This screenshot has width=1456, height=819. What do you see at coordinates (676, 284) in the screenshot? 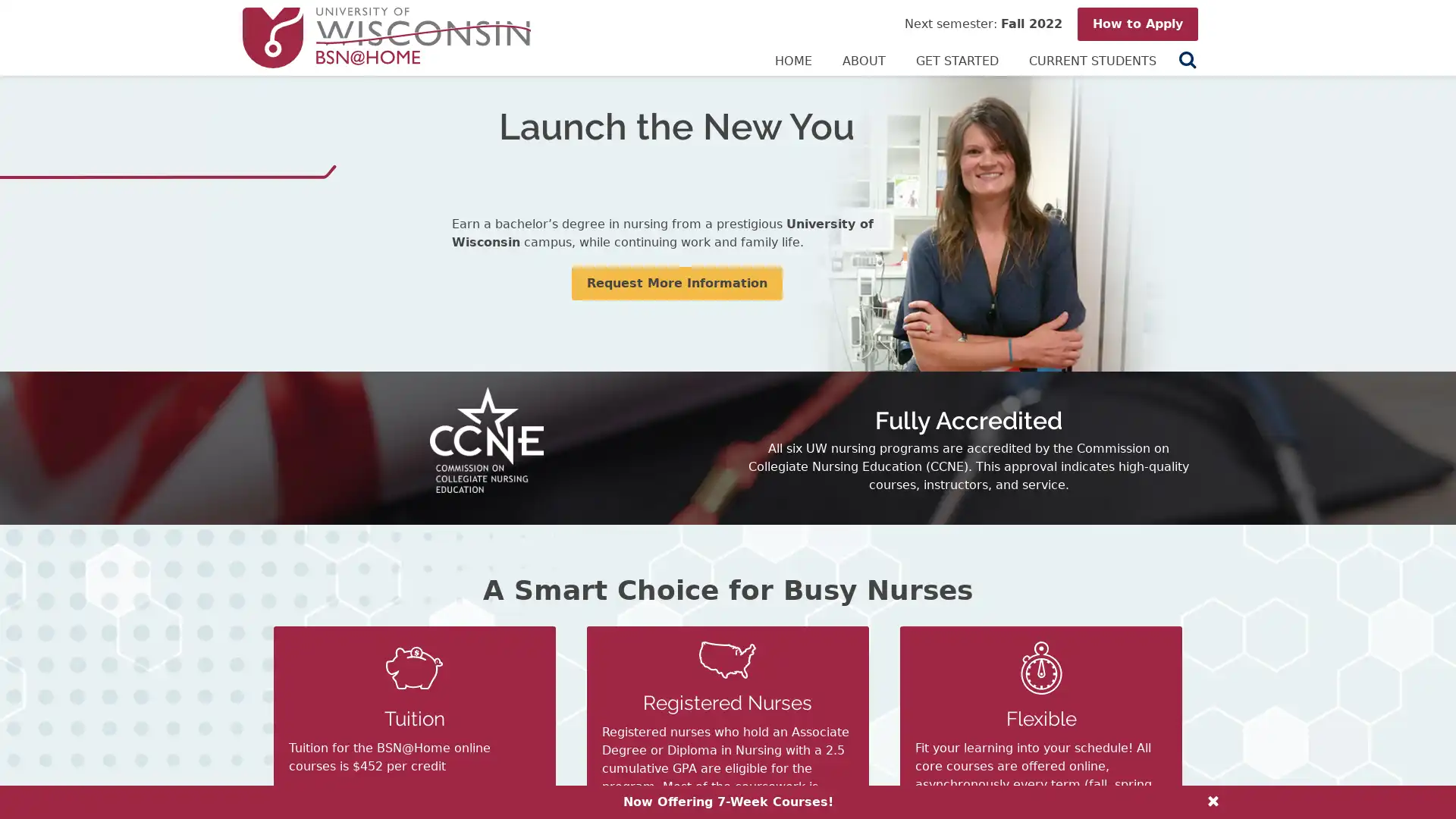
I see `Request More Information` at bounding box center [676, 284].